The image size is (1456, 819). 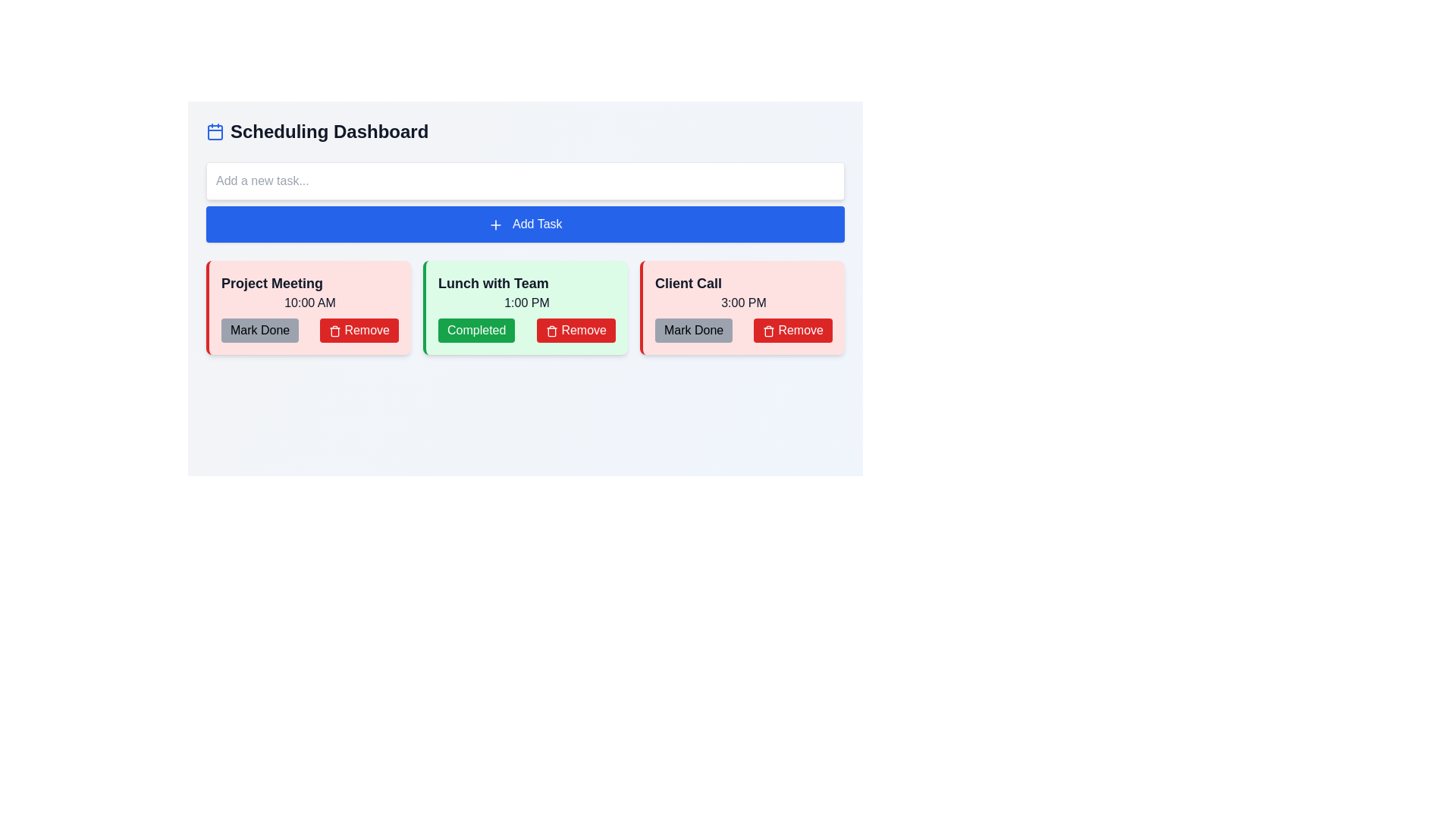 I want to click on the deletion icon located inside the 'Remove' button of the 'Project Meeting' task card, positioned at the bottom right corner of the card, so click(x=334, y=330).